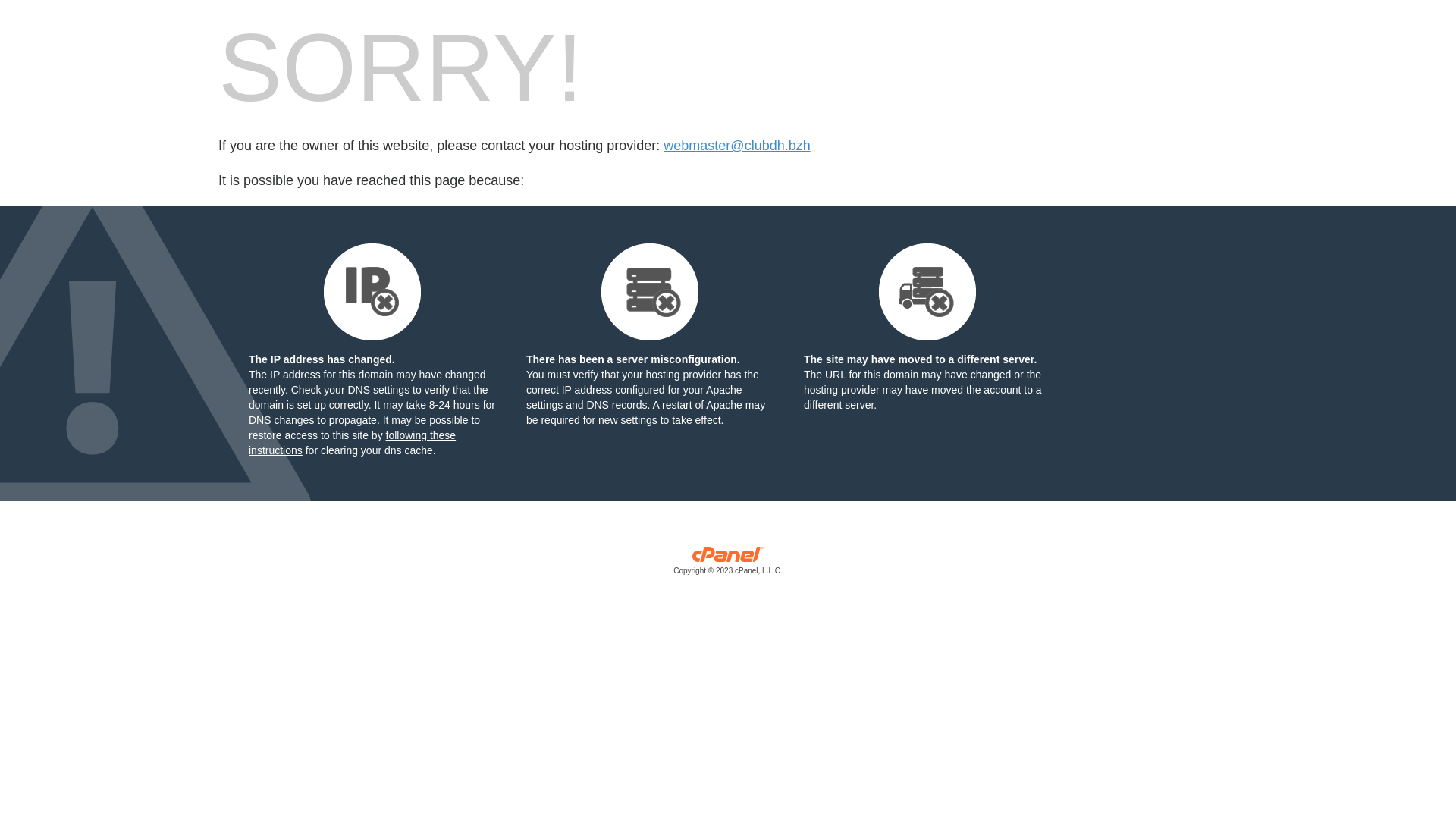  Describe the element at coordinates (736, 146) in the screenshot. I see `'webmaster@clubdh.bzh'` at that location.